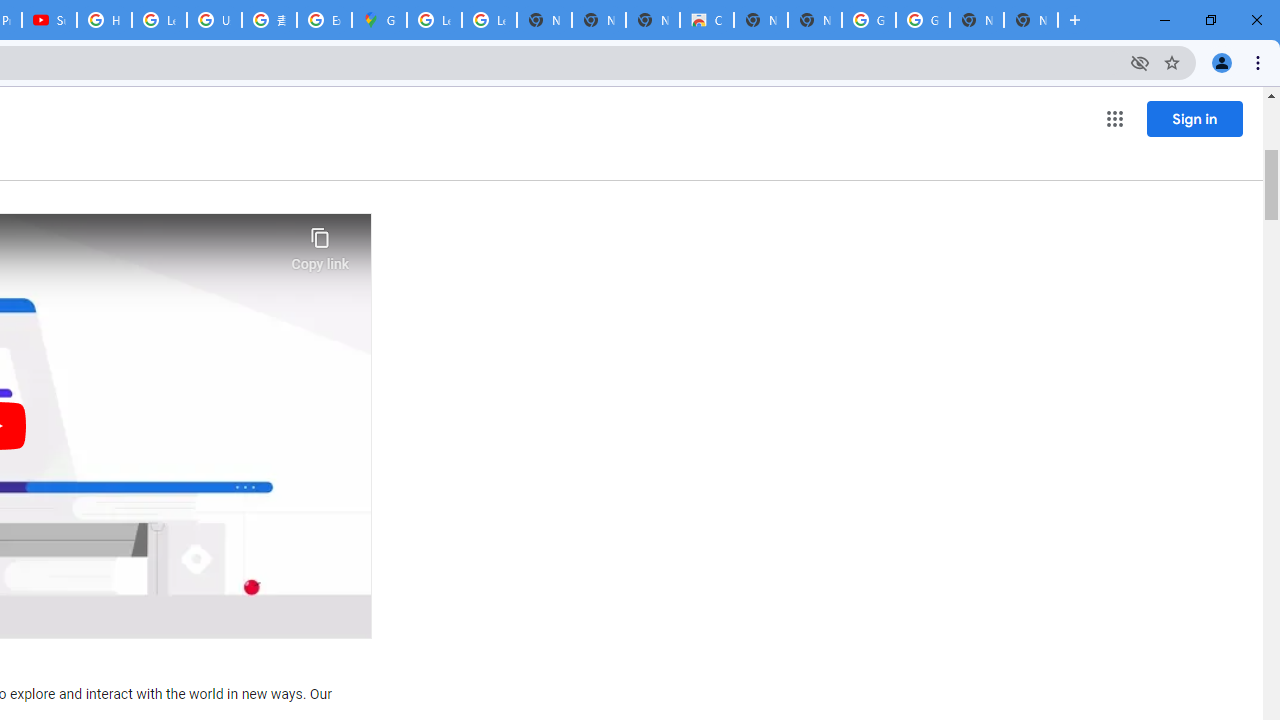 This screenshot has height=720, width=1280. Describe the element at coordinates (1220, 61) in the screenshot. I see `'You'` at that location.